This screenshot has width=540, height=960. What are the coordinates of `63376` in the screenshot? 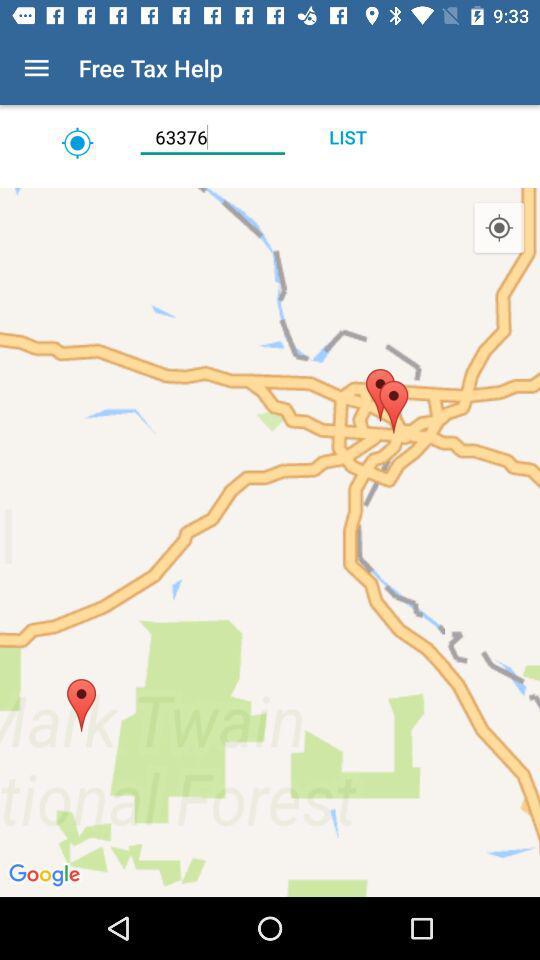 It's located at (211, 136).